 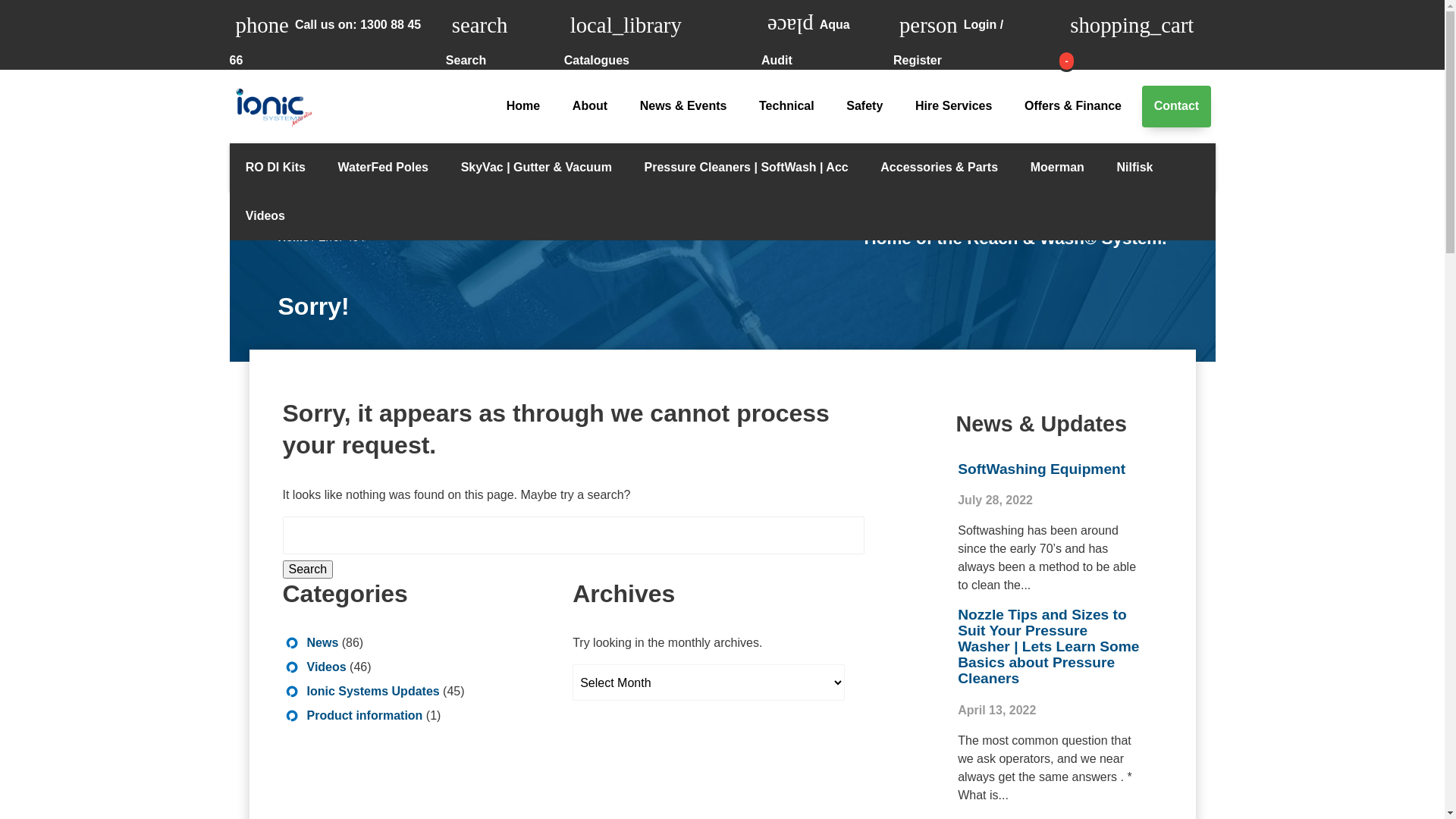 I want to click on 'SkyVac | Gutter & Vacuum', so click(x=535, y=167).